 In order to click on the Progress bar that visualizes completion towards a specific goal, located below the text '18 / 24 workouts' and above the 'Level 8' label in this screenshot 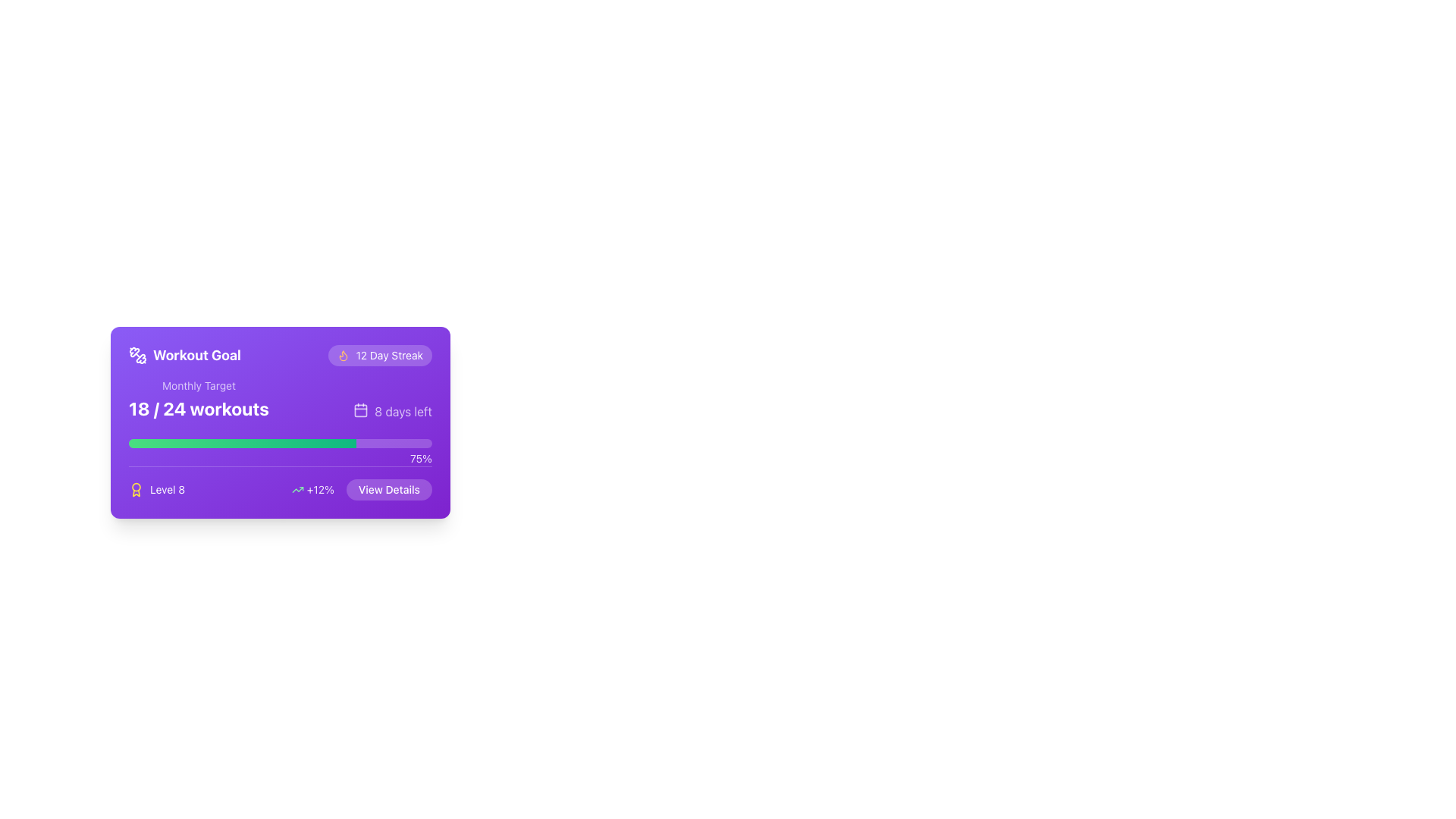, I will do `click(280, 444)`.